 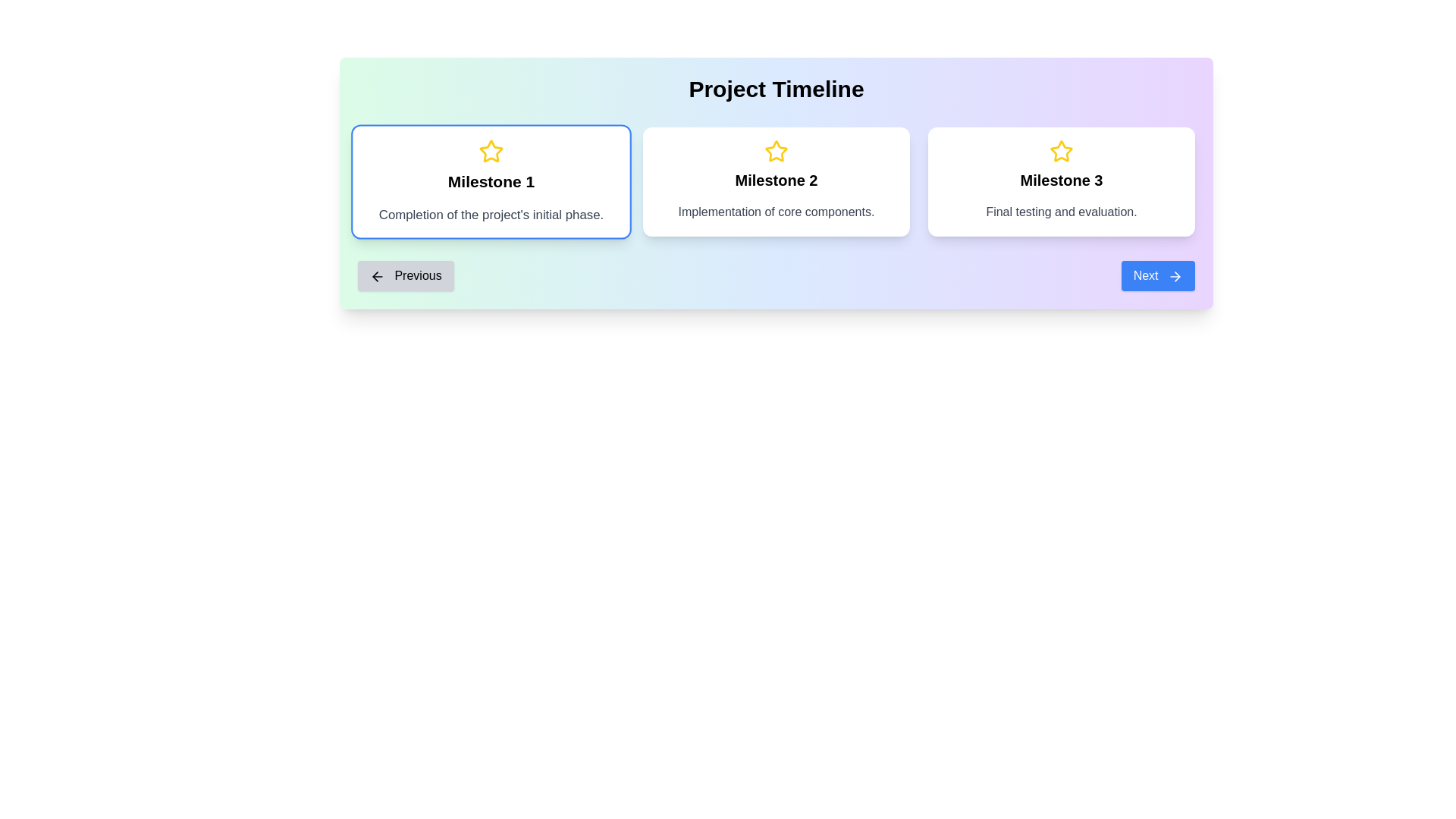 I want to click on the 'Next' button located at the bottom-right of the navigation bar to observe the hover effects, so click(x=1157, y=275).